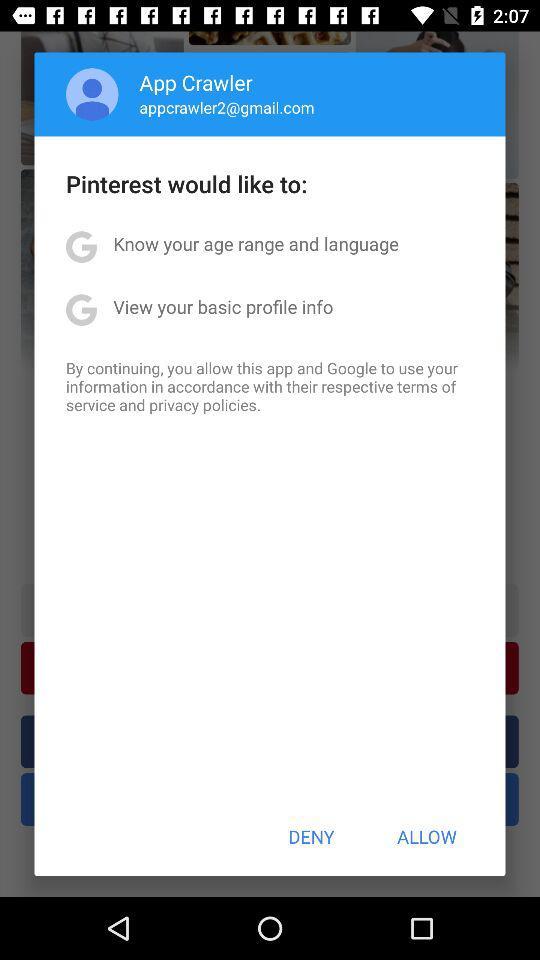 This screenshot has height=960, width=540. Describe the element at coordinates (311, 836) in the screenshot. I see `item to the left of the allow button` at that location.